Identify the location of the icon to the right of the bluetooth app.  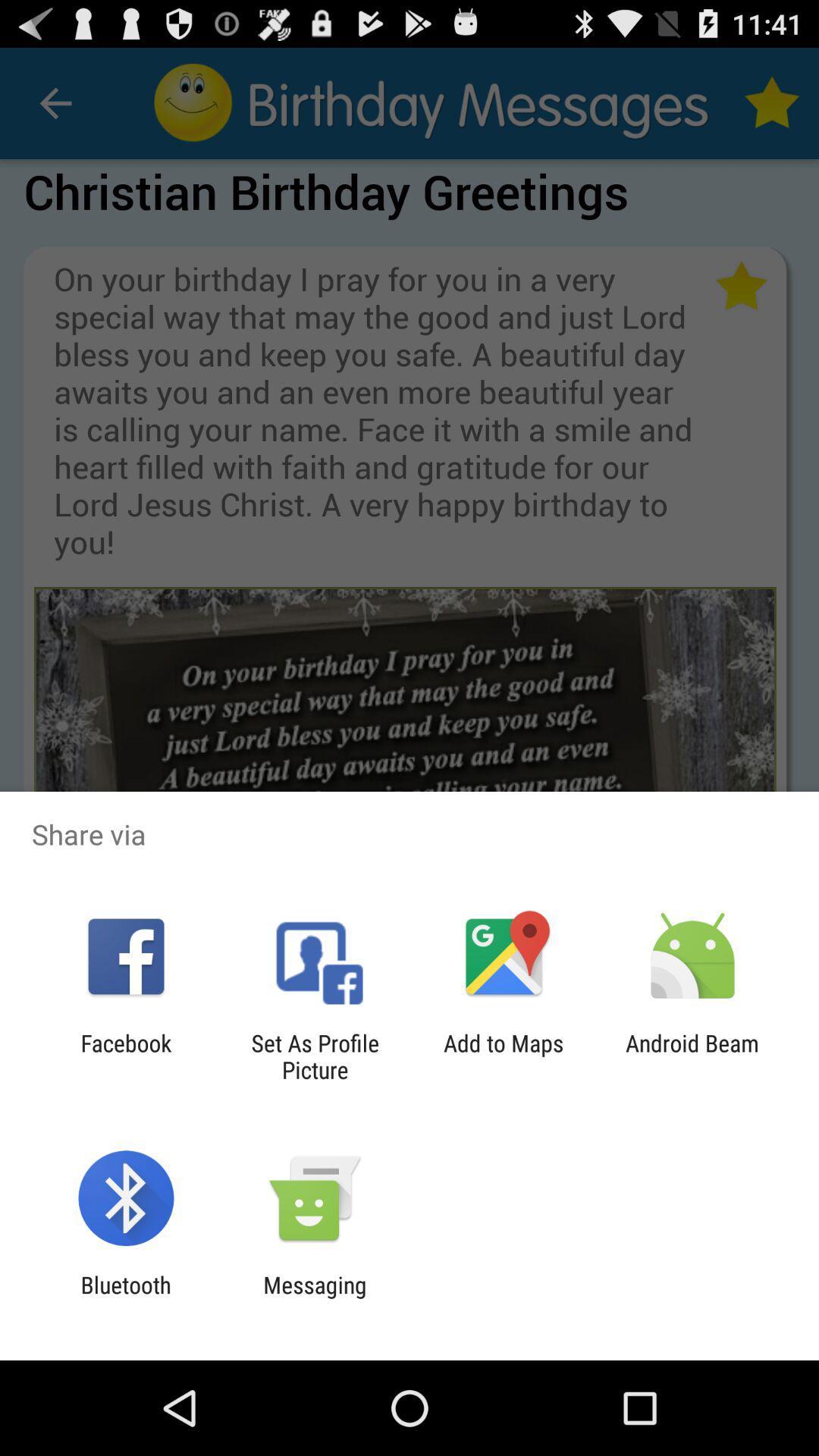
(314, 1298).